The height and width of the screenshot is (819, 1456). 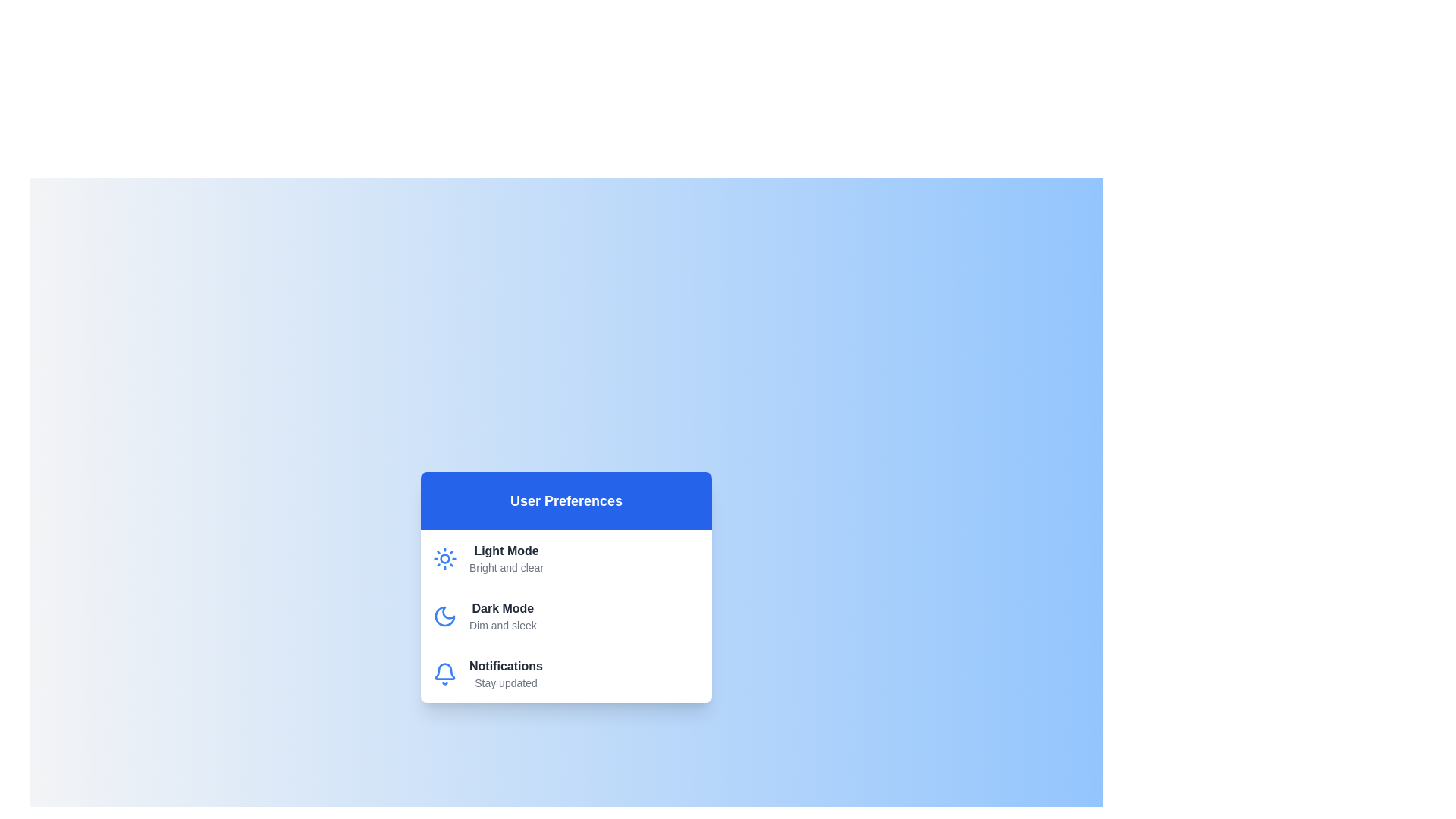 I want to click on the theme Light Mode by clicking on its corresponding list item, so click(x=566, y=558).